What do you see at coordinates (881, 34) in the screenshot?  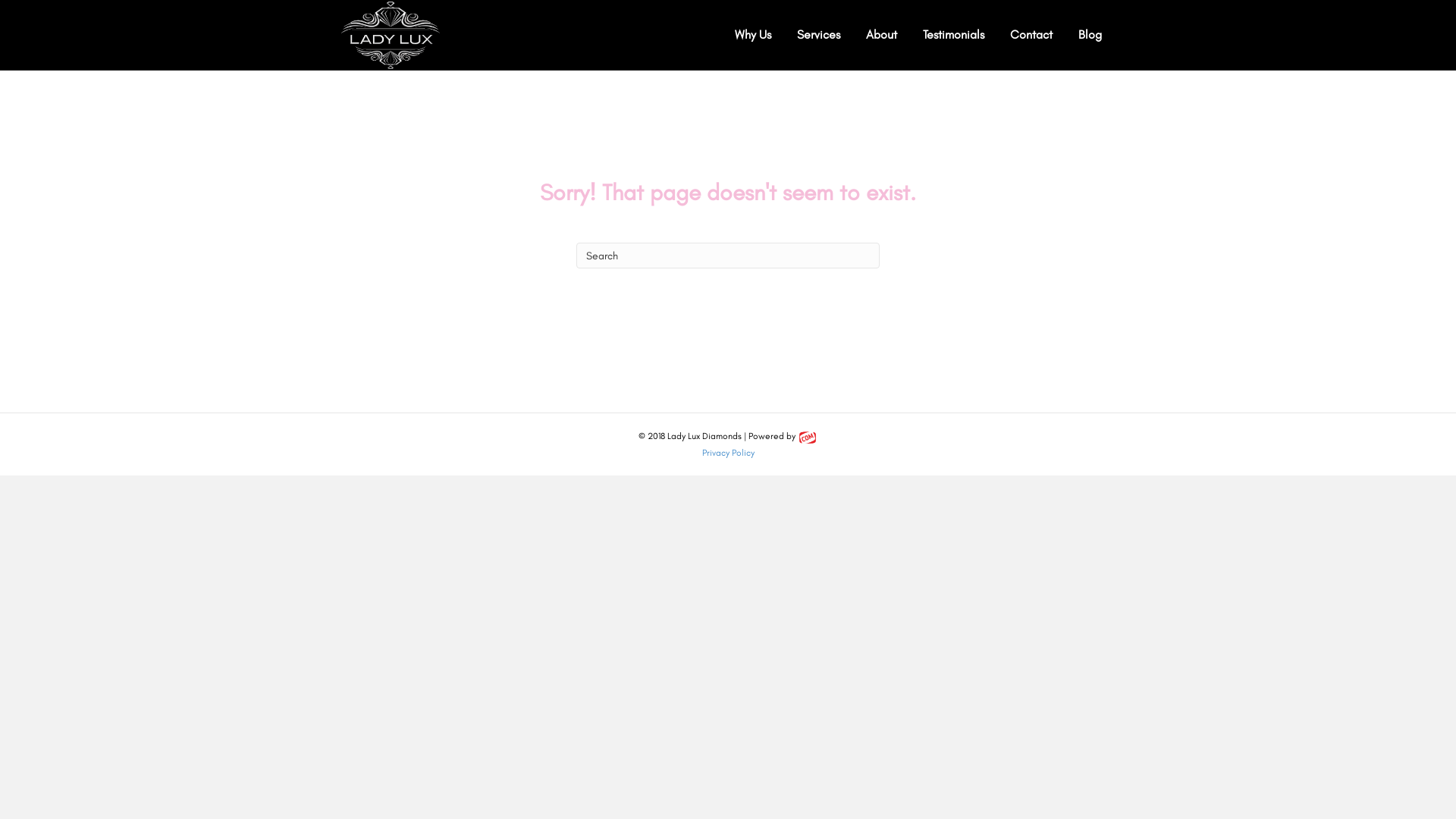 I see `'About'` at bounding box center [881, 34].